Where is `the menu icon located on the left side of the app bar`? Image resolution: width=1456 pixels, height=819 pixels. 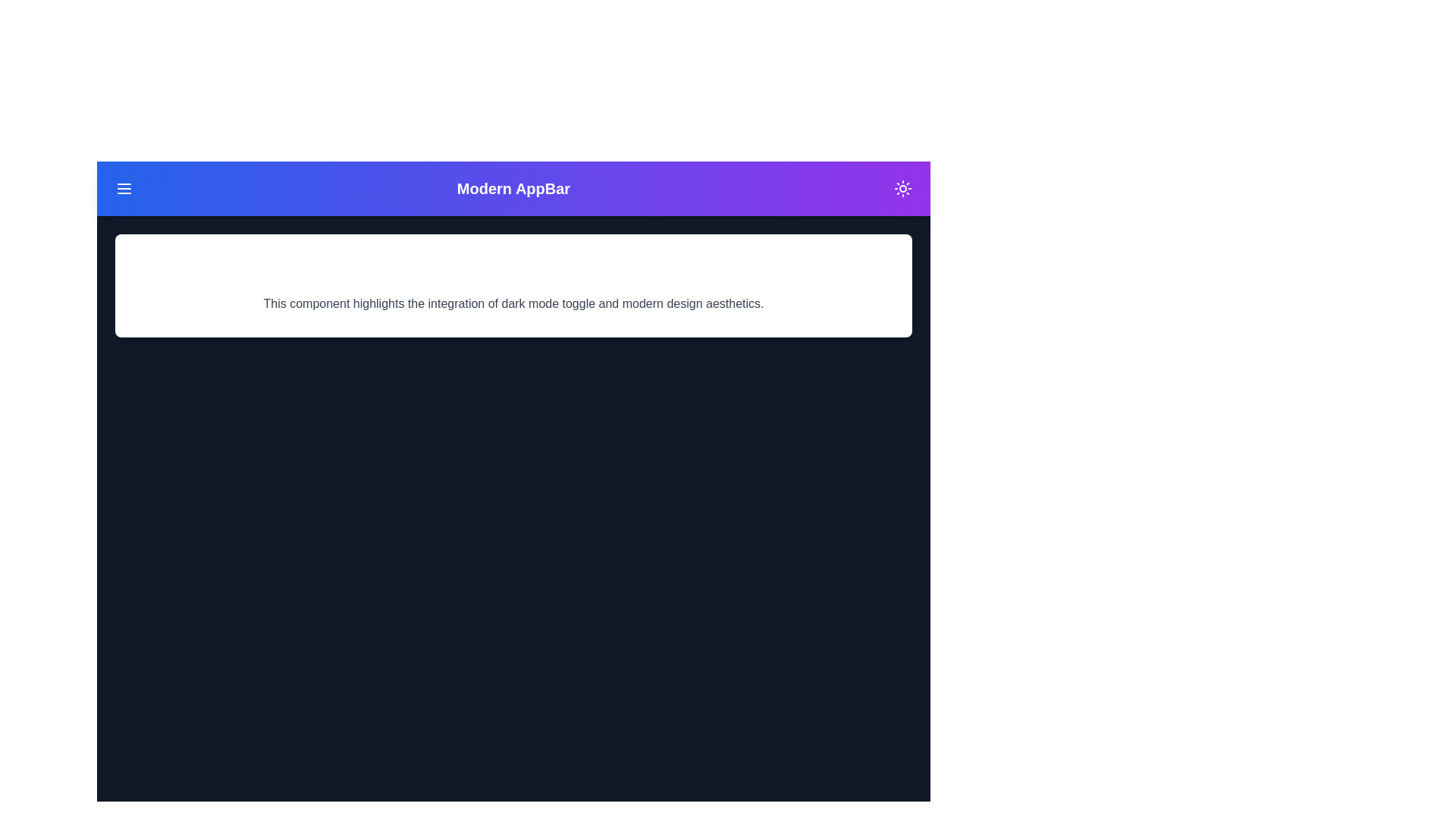
the menu icon located on the left side of the app bar is located at coordinates (124, 188).